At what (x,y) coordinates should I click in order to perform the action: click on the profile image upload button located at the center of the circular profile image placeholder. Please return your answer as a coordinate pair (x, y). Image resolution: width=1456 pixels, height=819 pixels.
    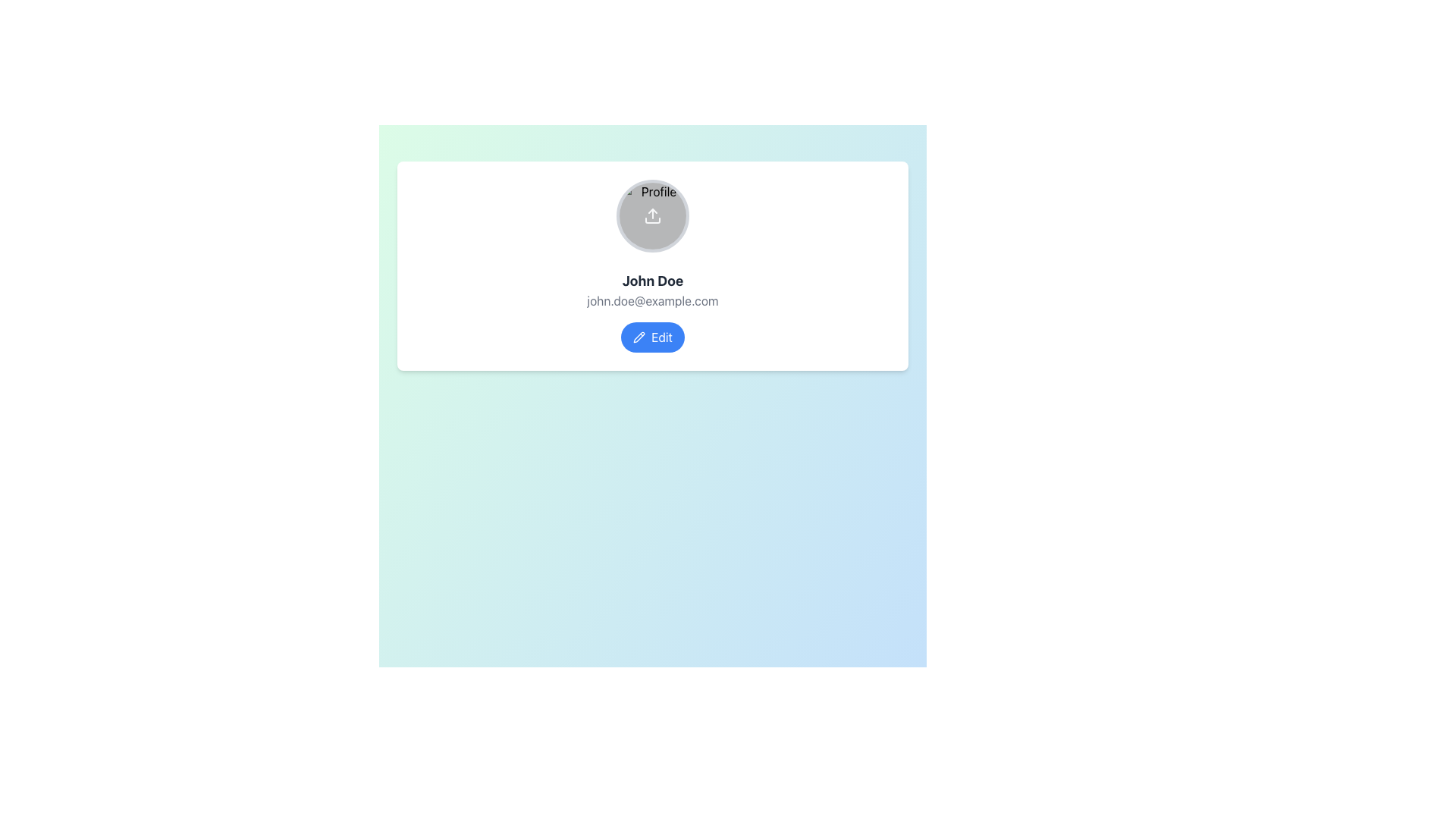
    Looking at the image, I should click on (652, 216).